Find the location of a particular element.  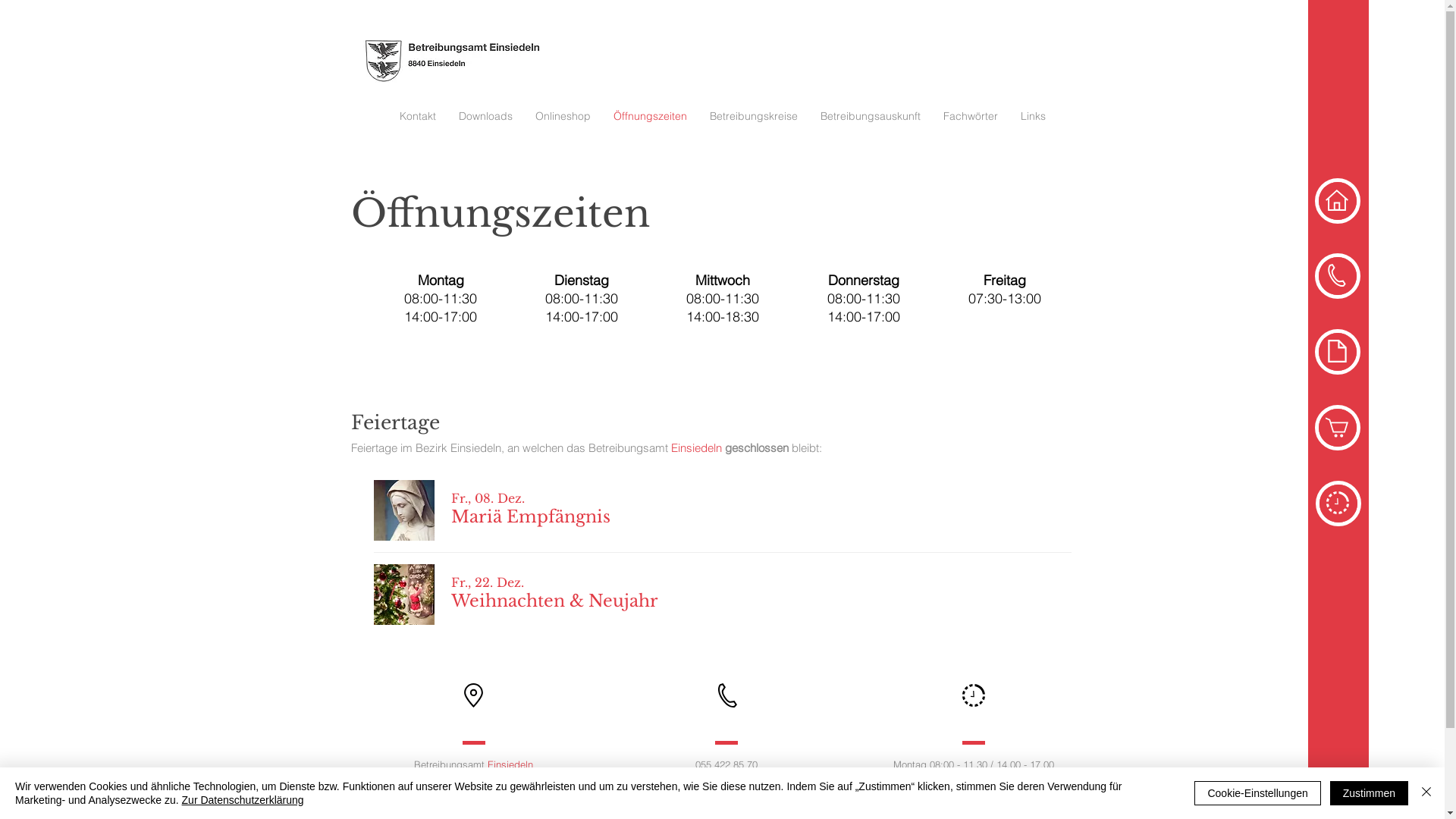

'Onlineshop' is located at coordinates (524, 115).